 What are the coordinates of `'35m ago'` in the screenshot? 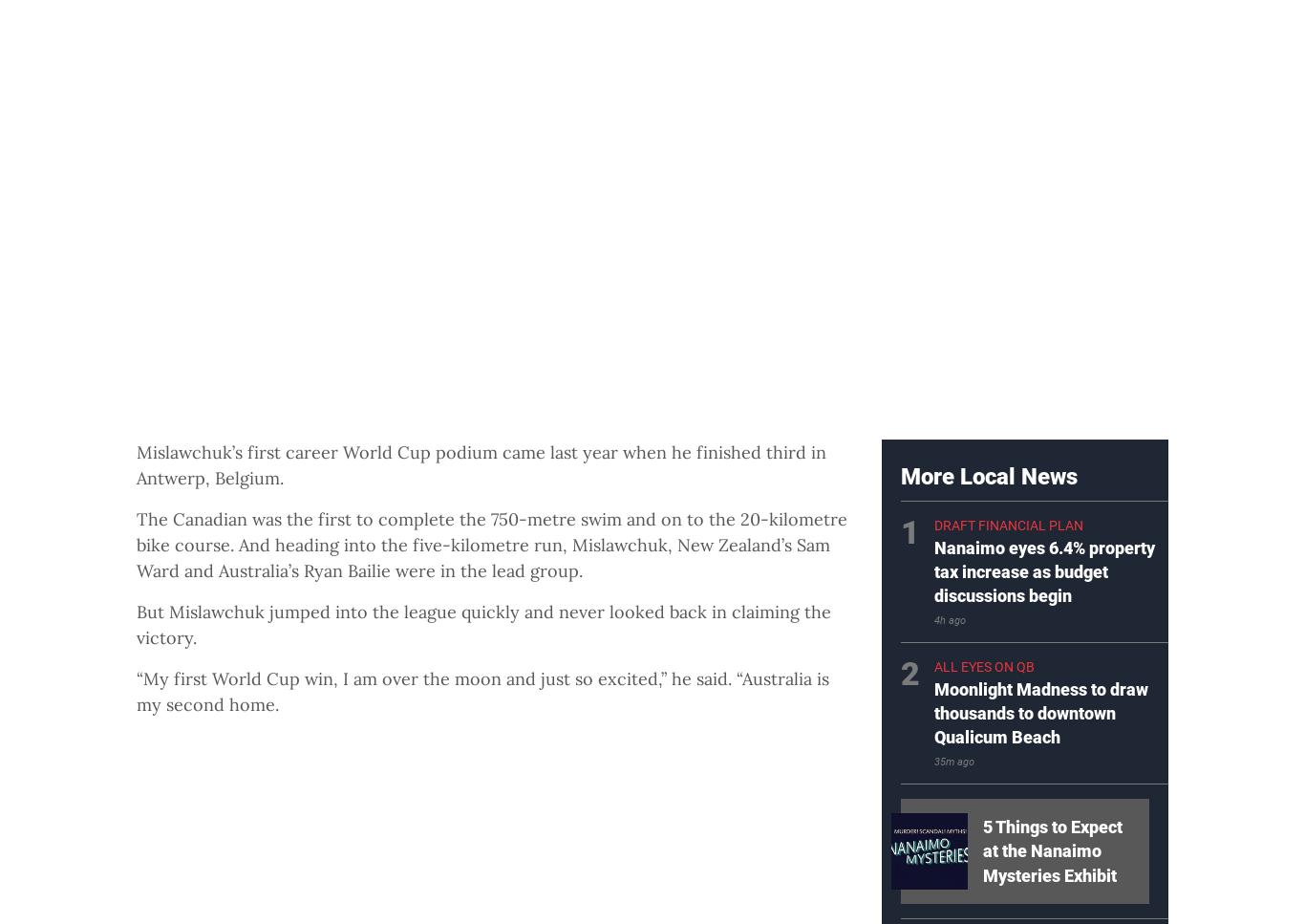 It's located at (934, 760).